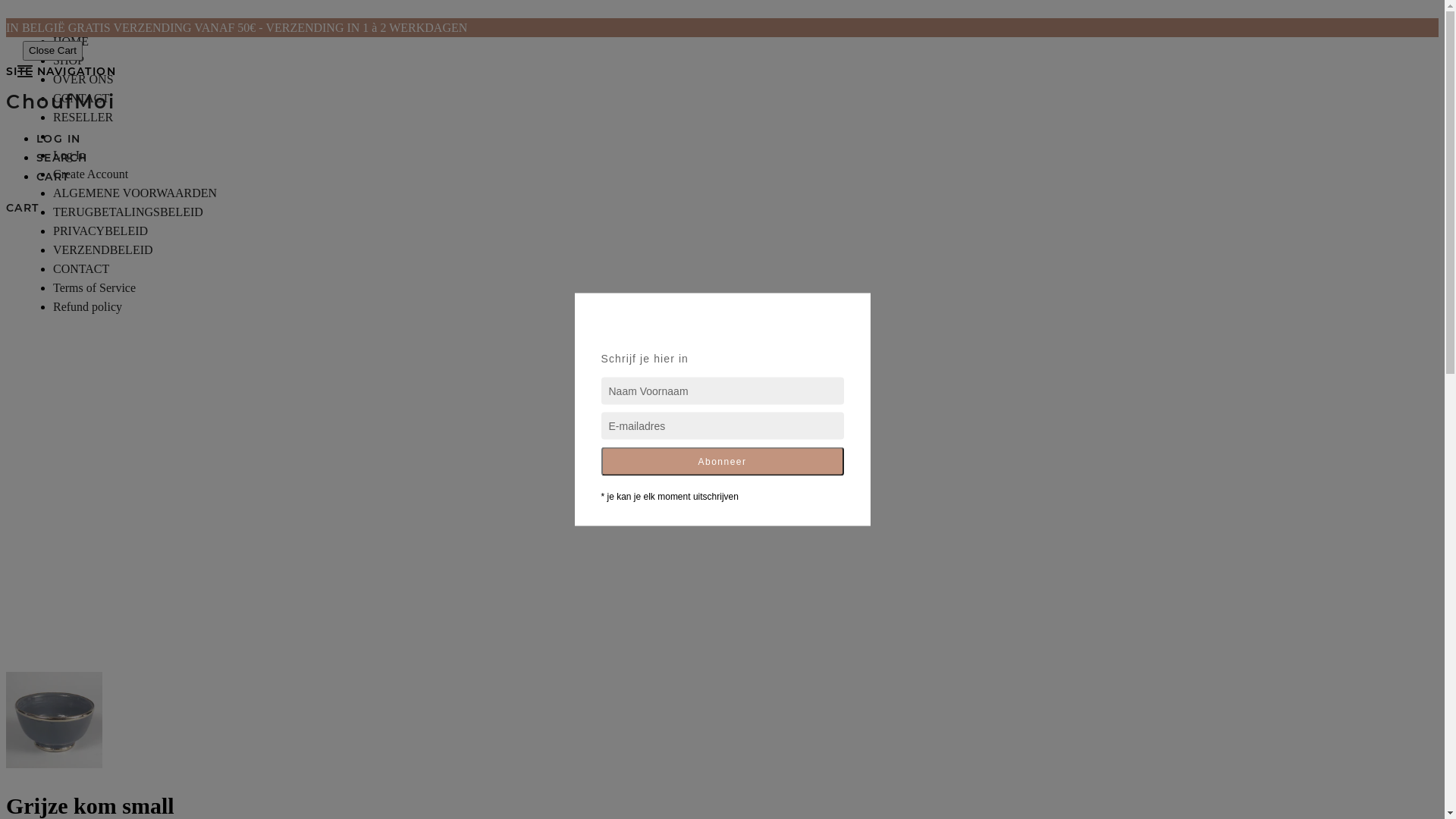 This screenshot has width=1456, height=819. What do you see at coordinates (99, 231) in the screenshot?
I see `'PRIVACYBELEID'` at bounding box center [99, 231].